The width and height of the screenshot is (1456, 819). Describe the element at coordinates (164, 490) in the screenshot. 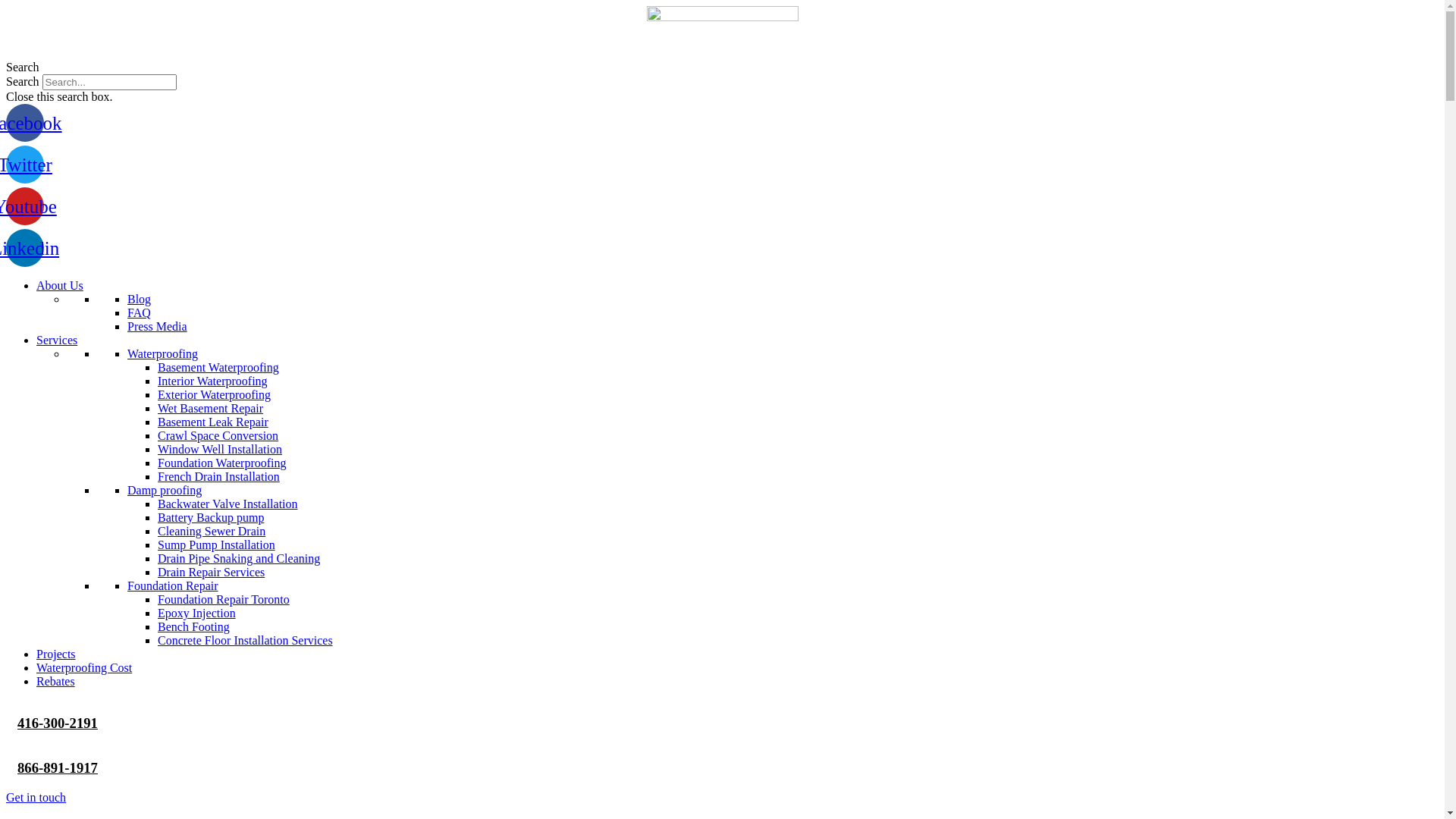

I see `'Damp proofing'` at that location.